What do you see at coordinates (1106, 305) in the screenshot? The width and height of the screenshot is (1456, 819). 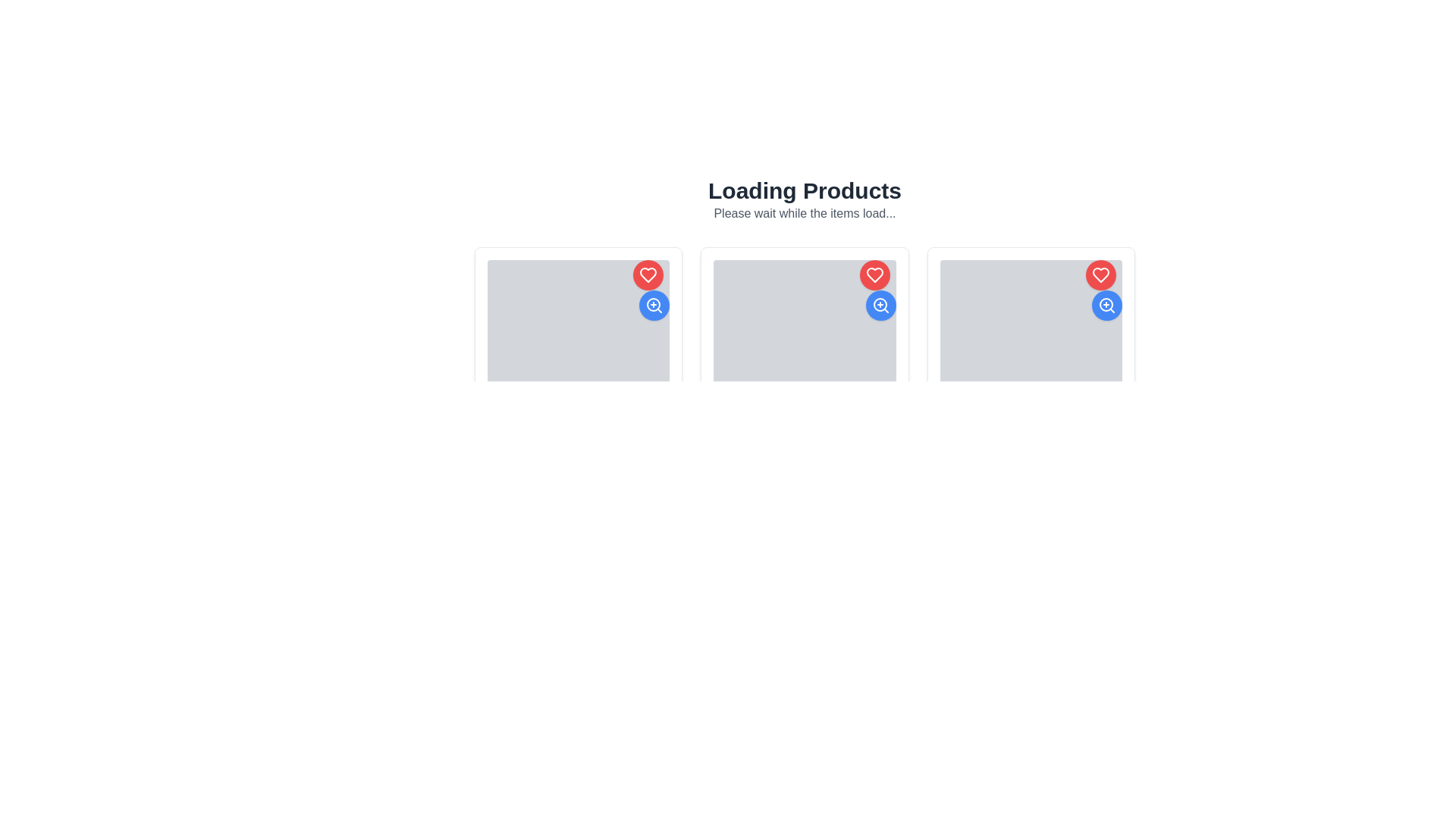 I see `the magnifying glass icon with a plus symbol inside the blue circular button located at the bottom-right corner of the second card` at bounding box center [1106, 305].